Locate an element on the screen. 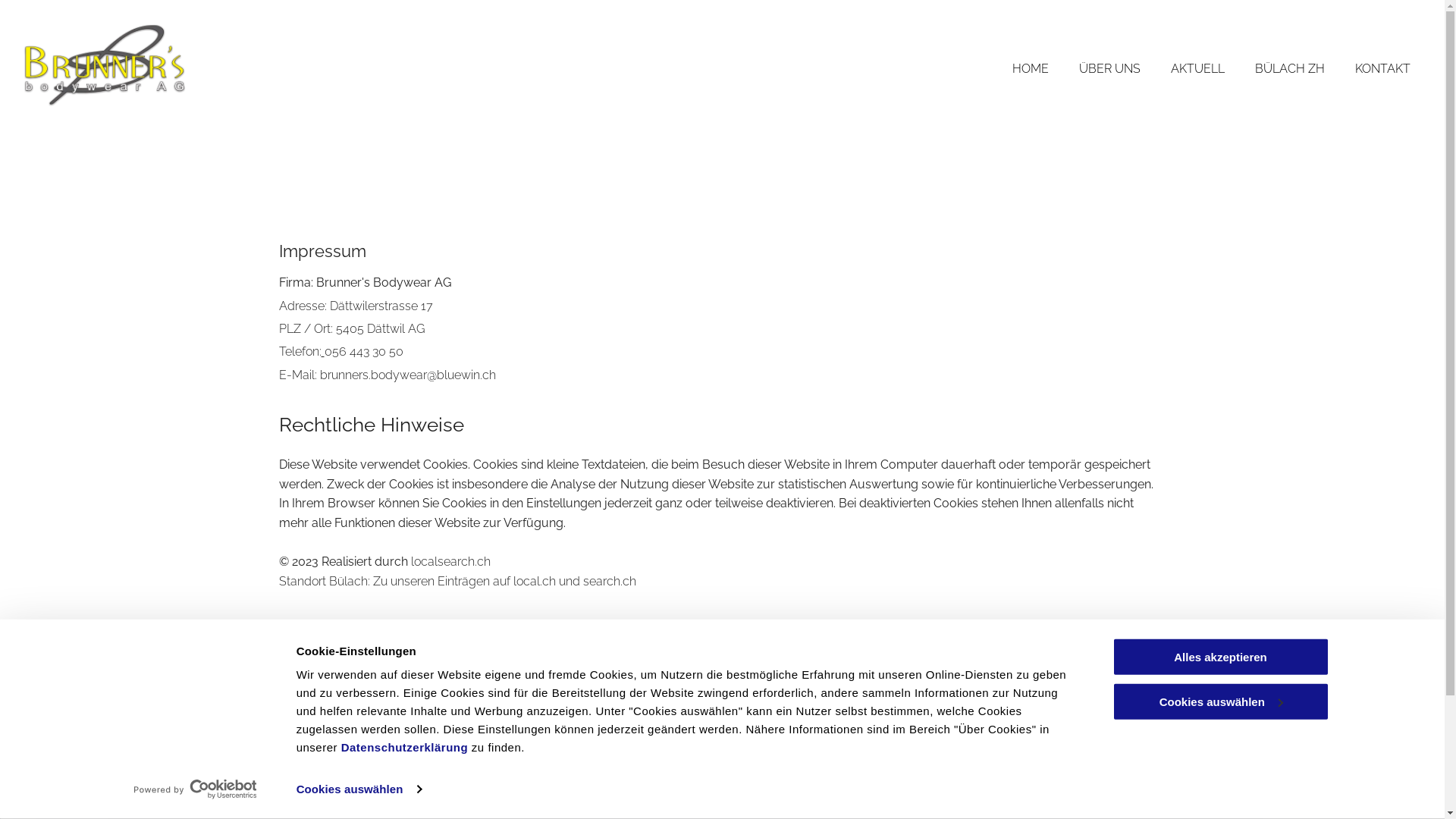 This screenshot has width=1456, height=819. '056 443 30 50' is located at coordinates (364, 351).